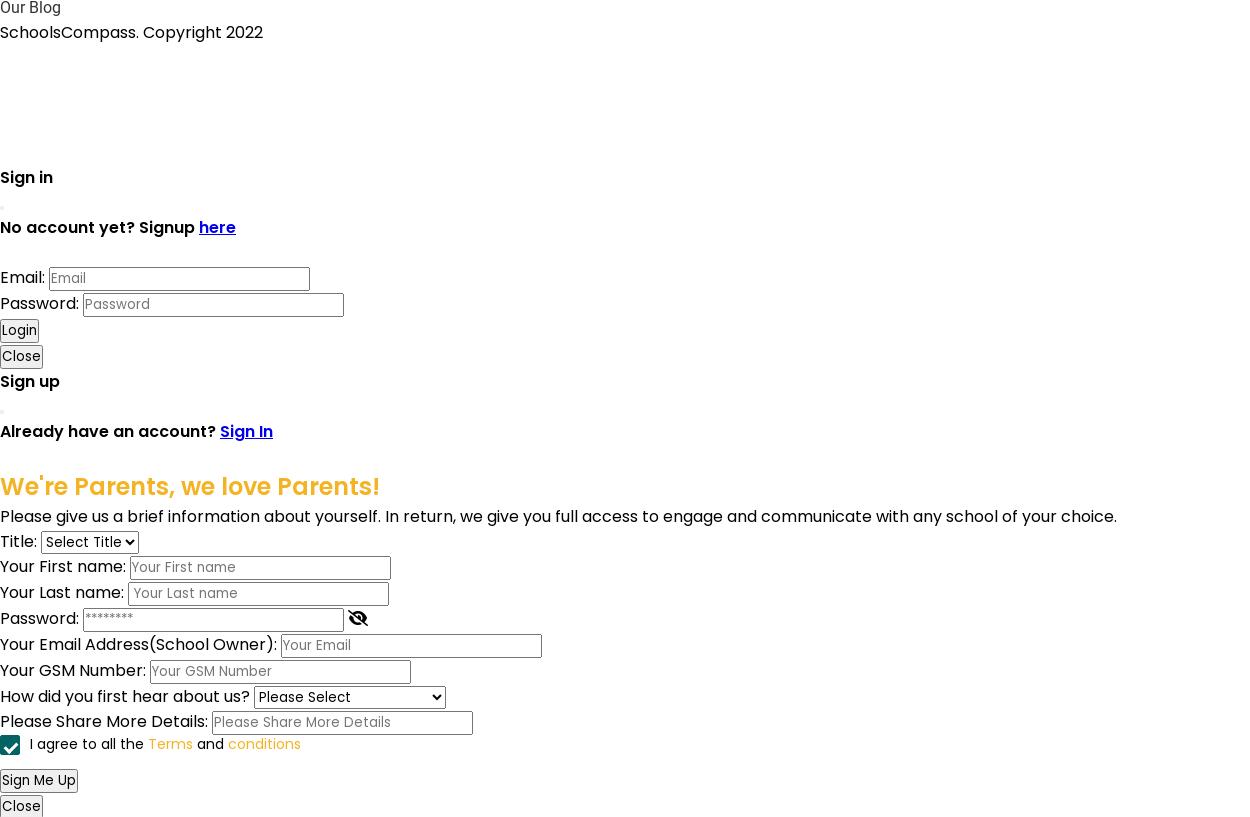  I want to click on 'conditions', so click(227, 743).